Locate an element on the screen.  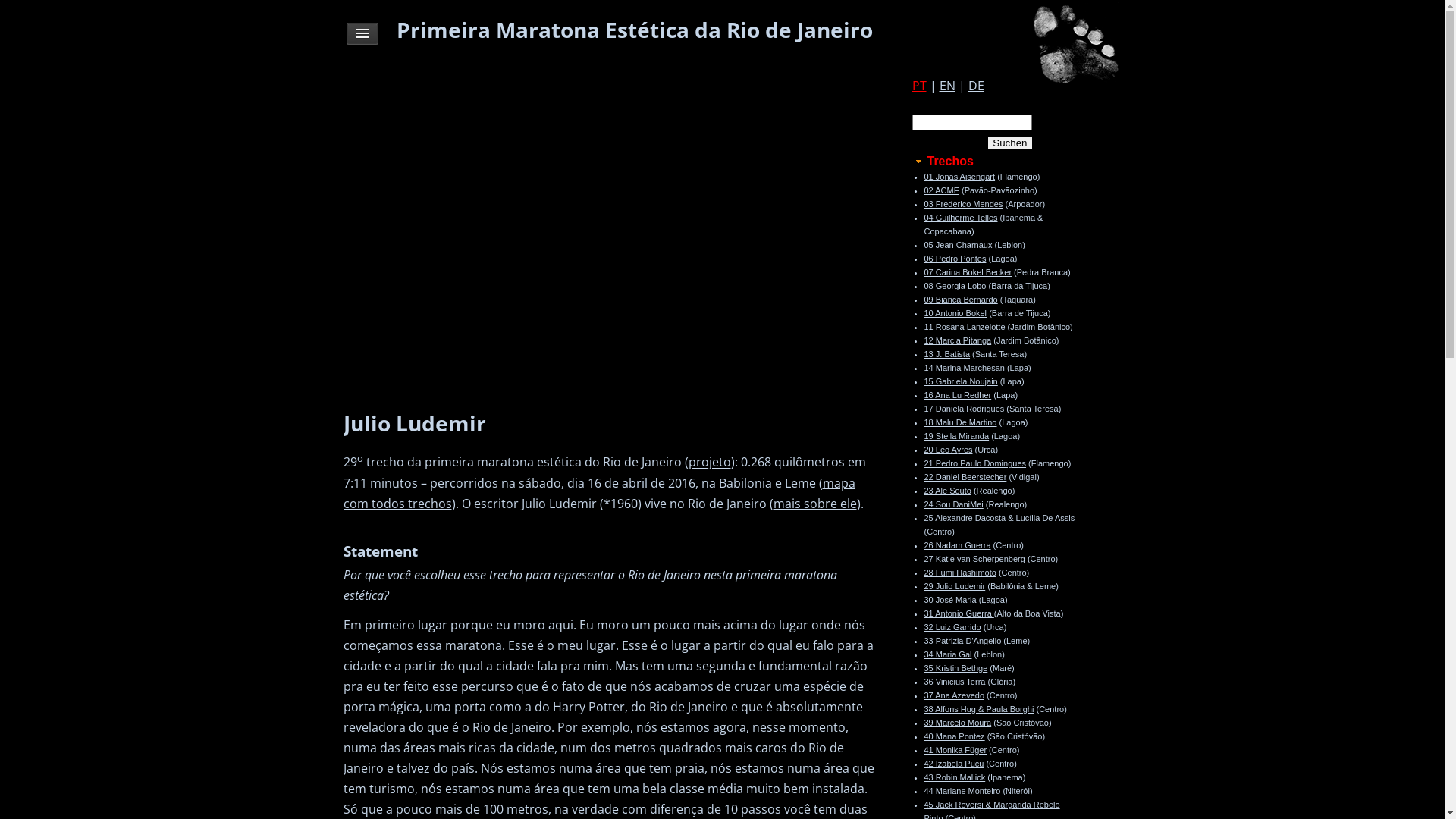
'33 Patrizia D'Angello' is located at coordinates (961, 640).